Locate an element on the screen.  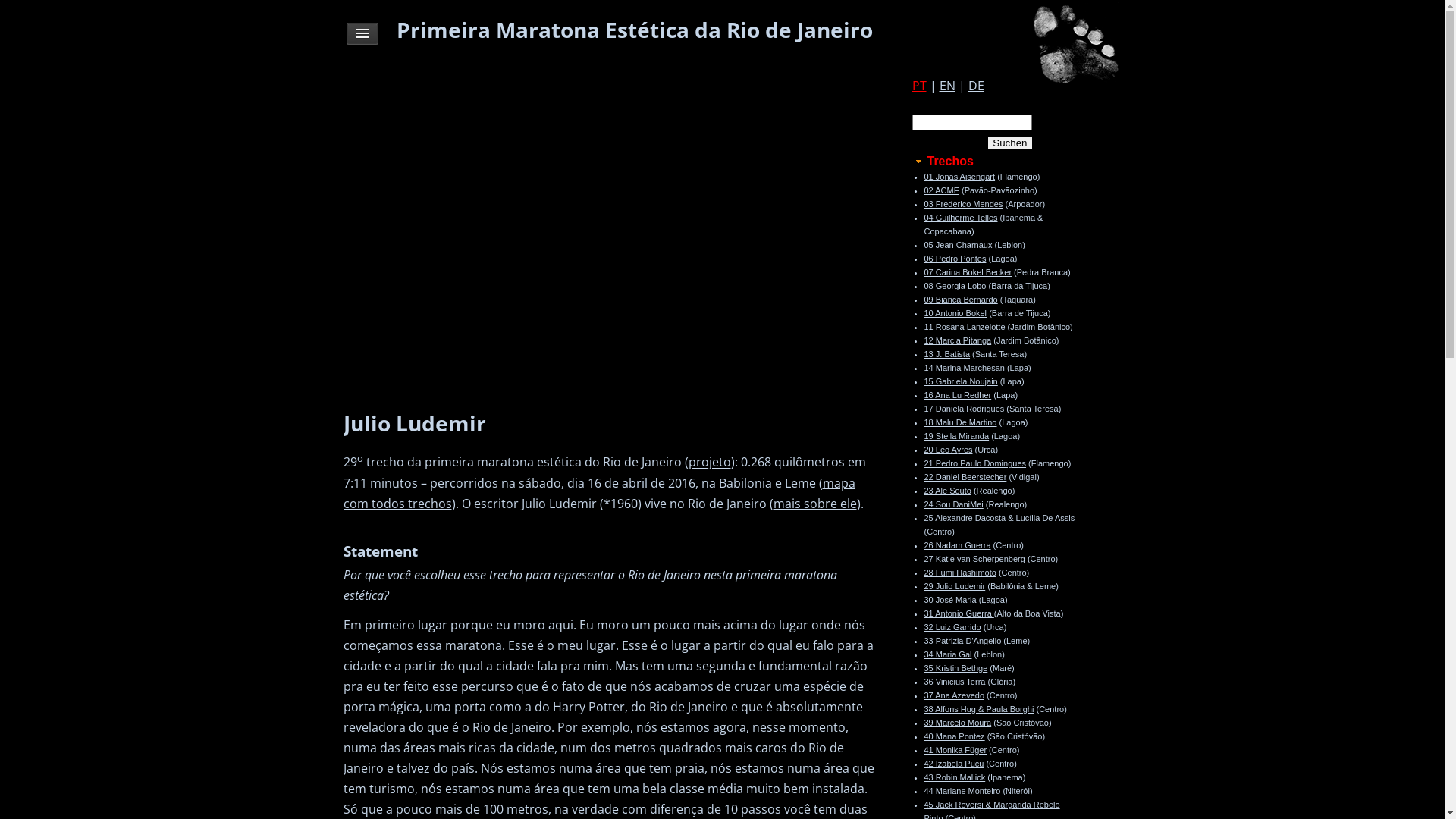
'33 Patrizia D'Angello' is located at coordinates (961, 640).